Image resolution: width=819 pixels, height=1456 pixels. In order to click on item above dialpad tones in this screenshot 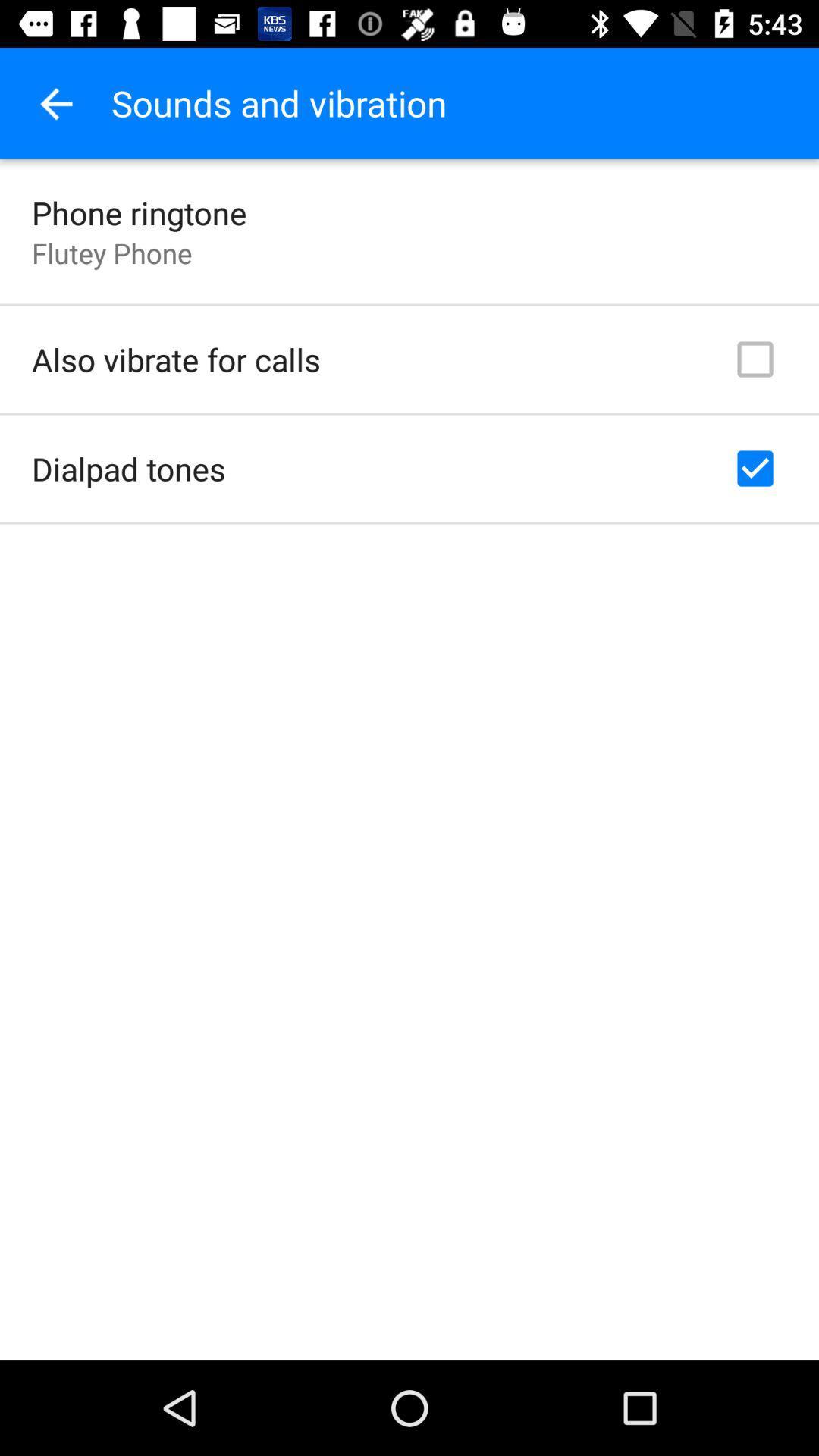, I will do `click(175, 359)`.